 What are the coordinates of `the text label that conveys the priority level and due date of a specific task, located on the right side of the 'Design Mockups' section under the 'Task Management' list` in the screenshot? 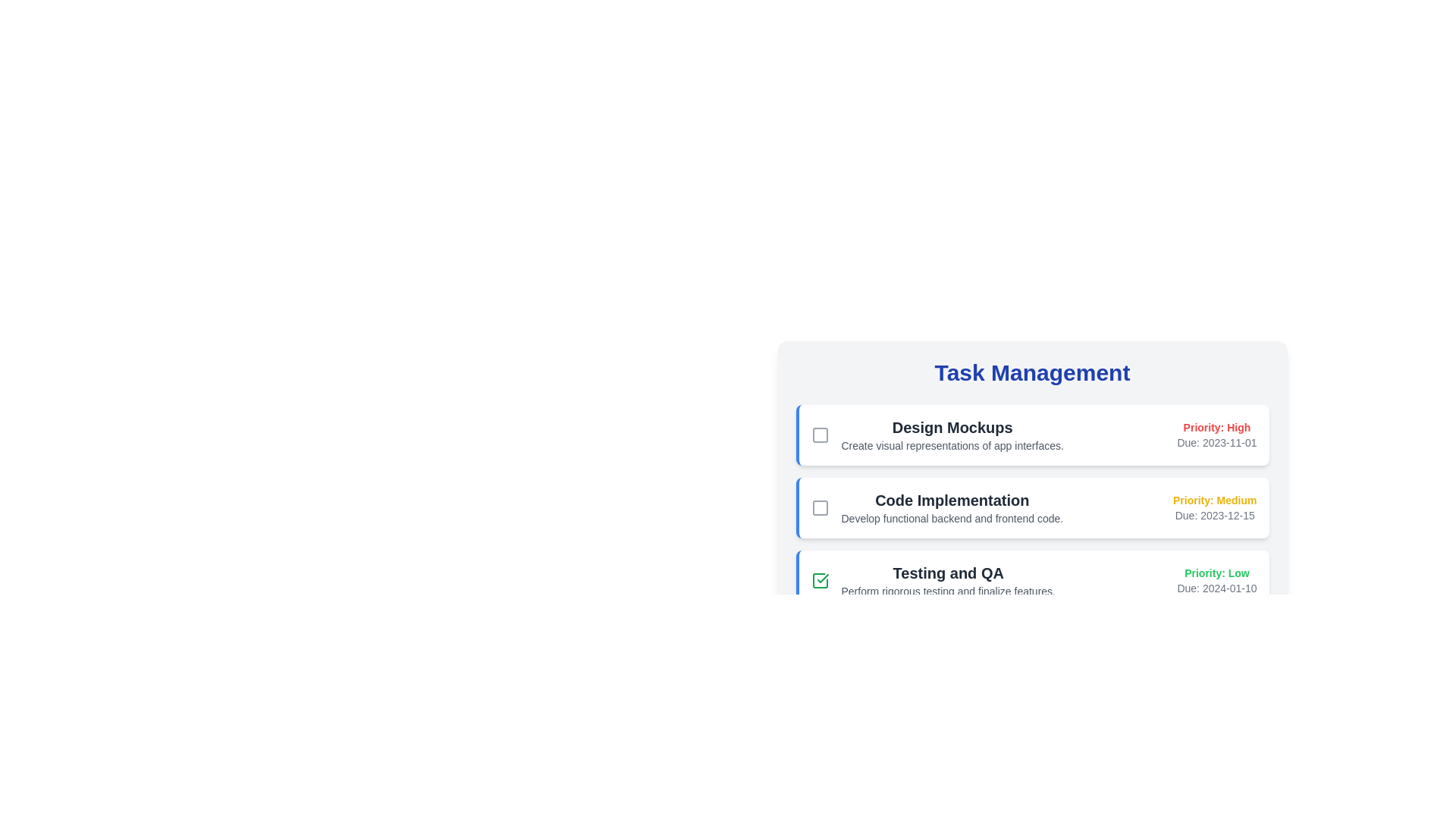 It's located at (1216, 435).